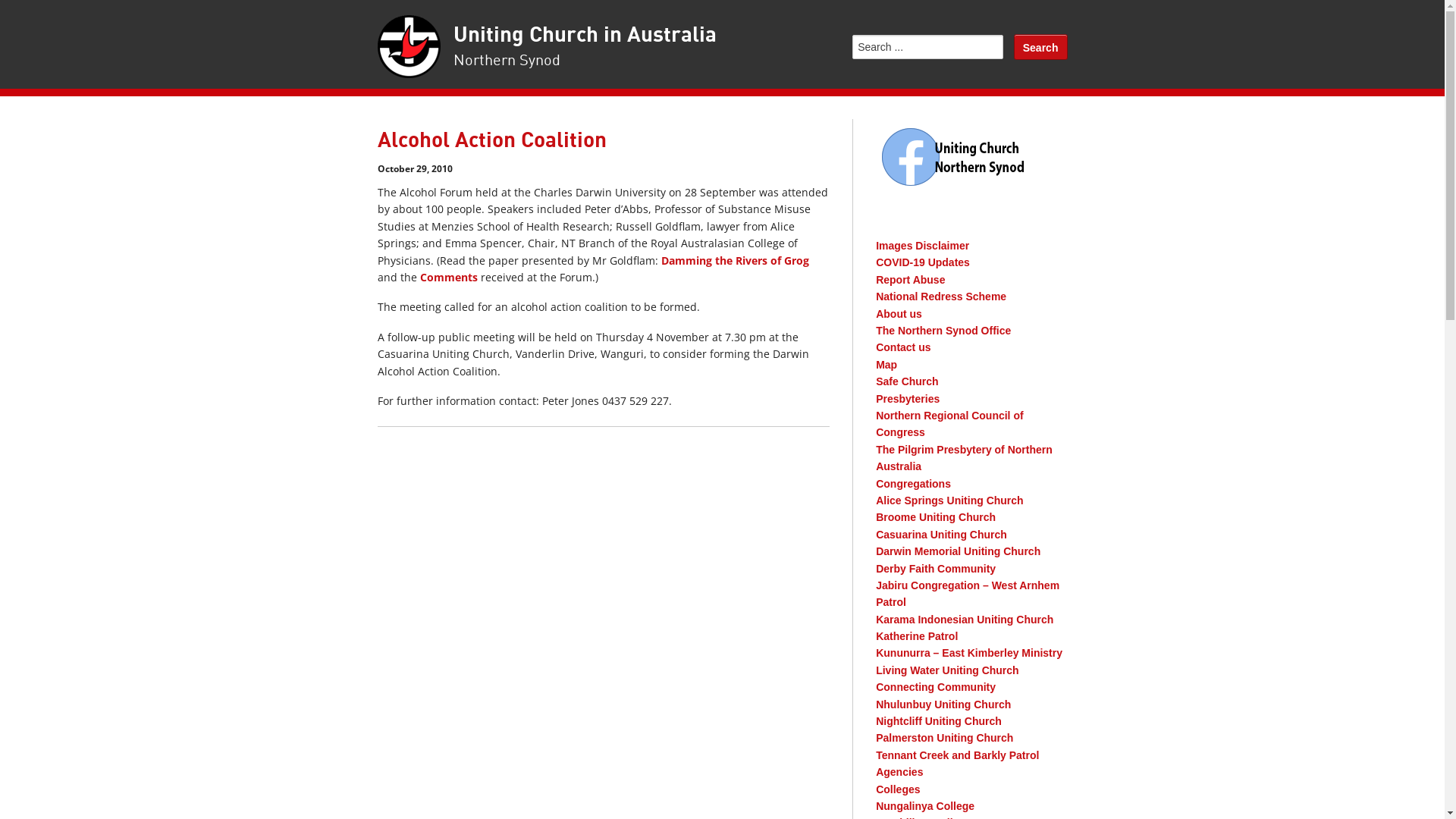 This screenshot has width=1456, height=819. Describe the element at coordinates (964, 620) in the screenshot. I see `'Karama Indonesian Uniting Church'` at that location.